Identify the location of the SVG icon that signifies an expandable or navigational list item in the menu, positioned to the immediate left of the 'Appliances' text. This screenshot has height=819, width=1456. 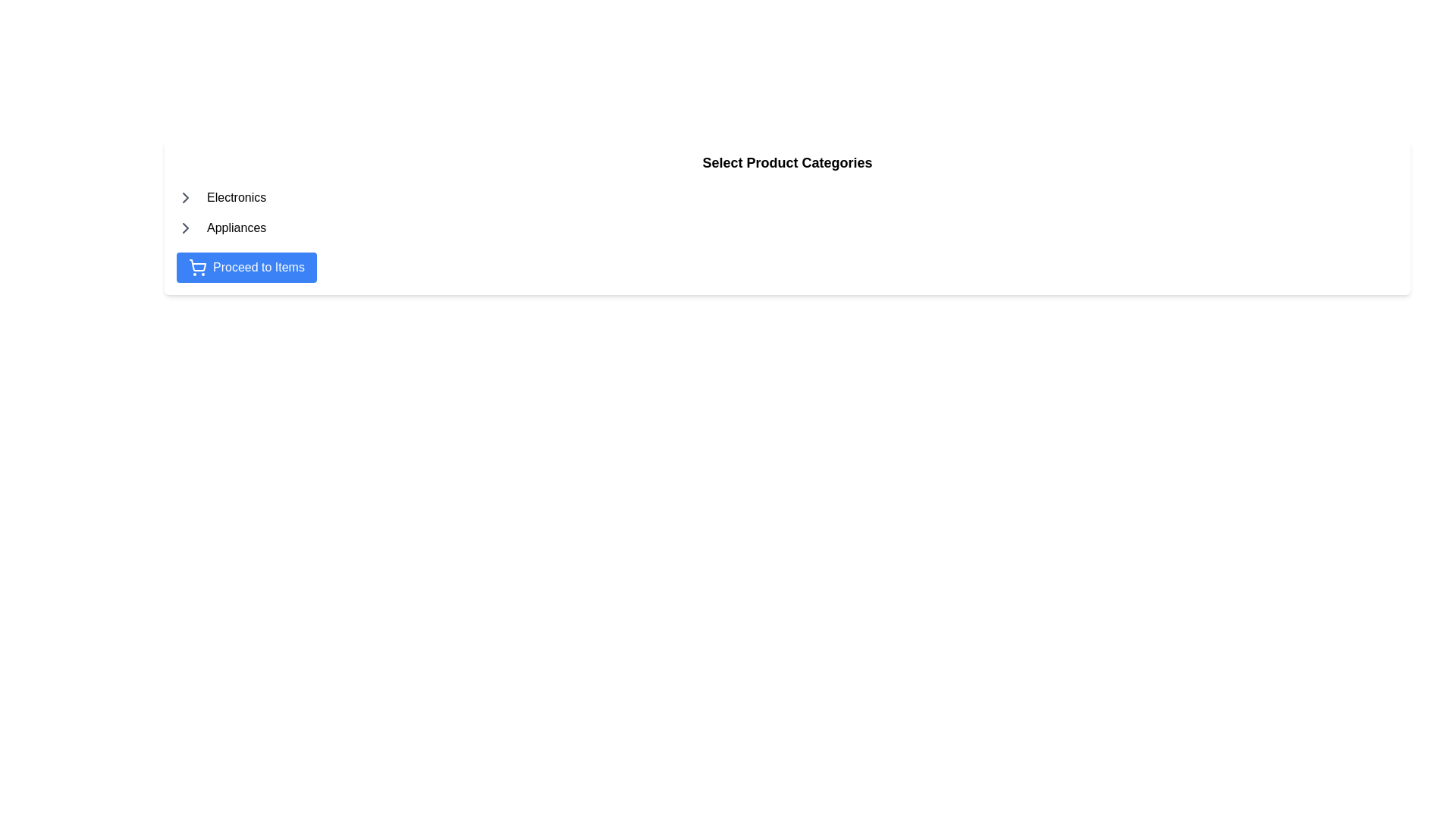
(184, 227).